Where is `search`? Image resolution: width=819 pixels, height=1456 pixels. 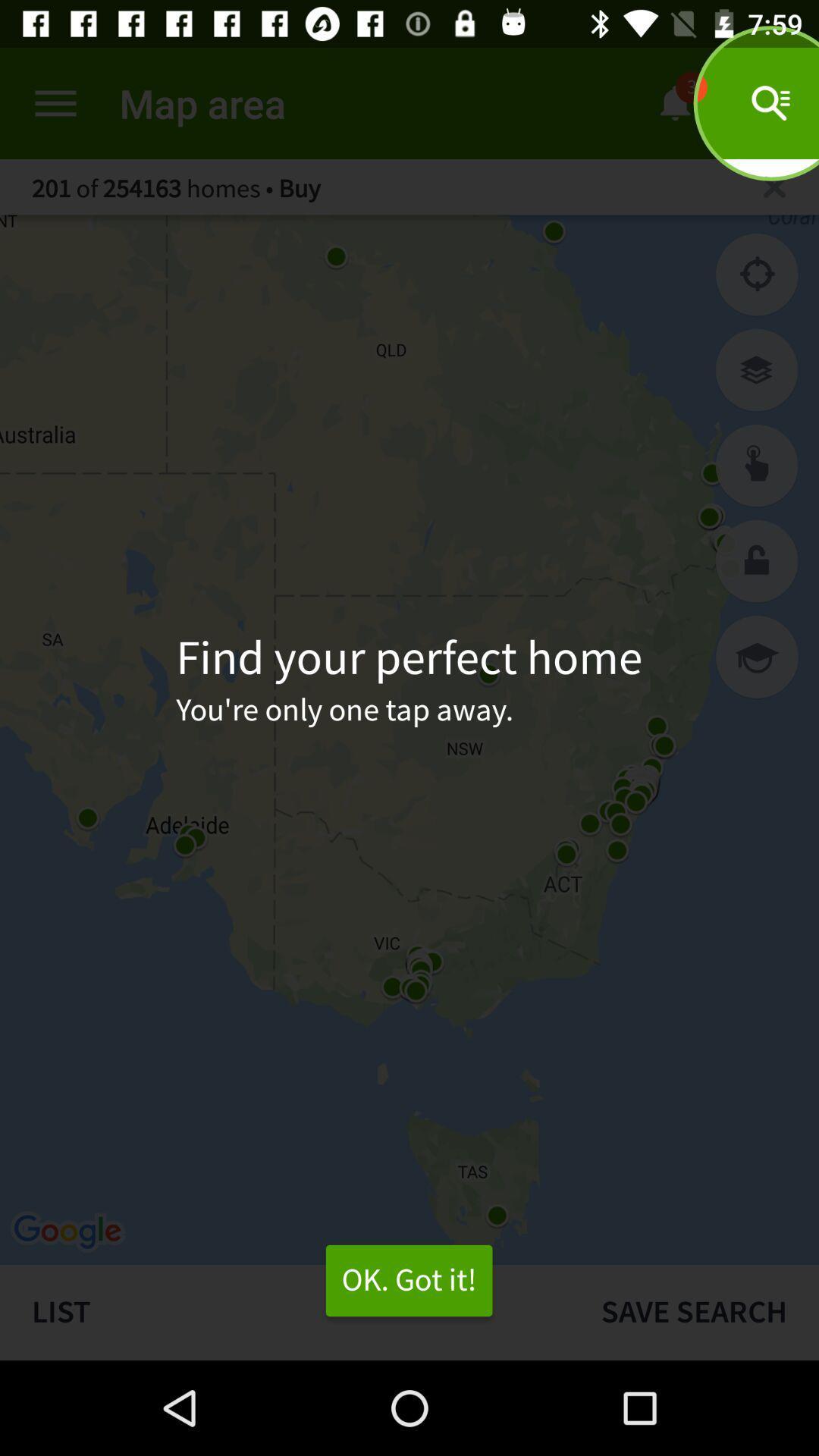
search is located at coordinates (774, 186).